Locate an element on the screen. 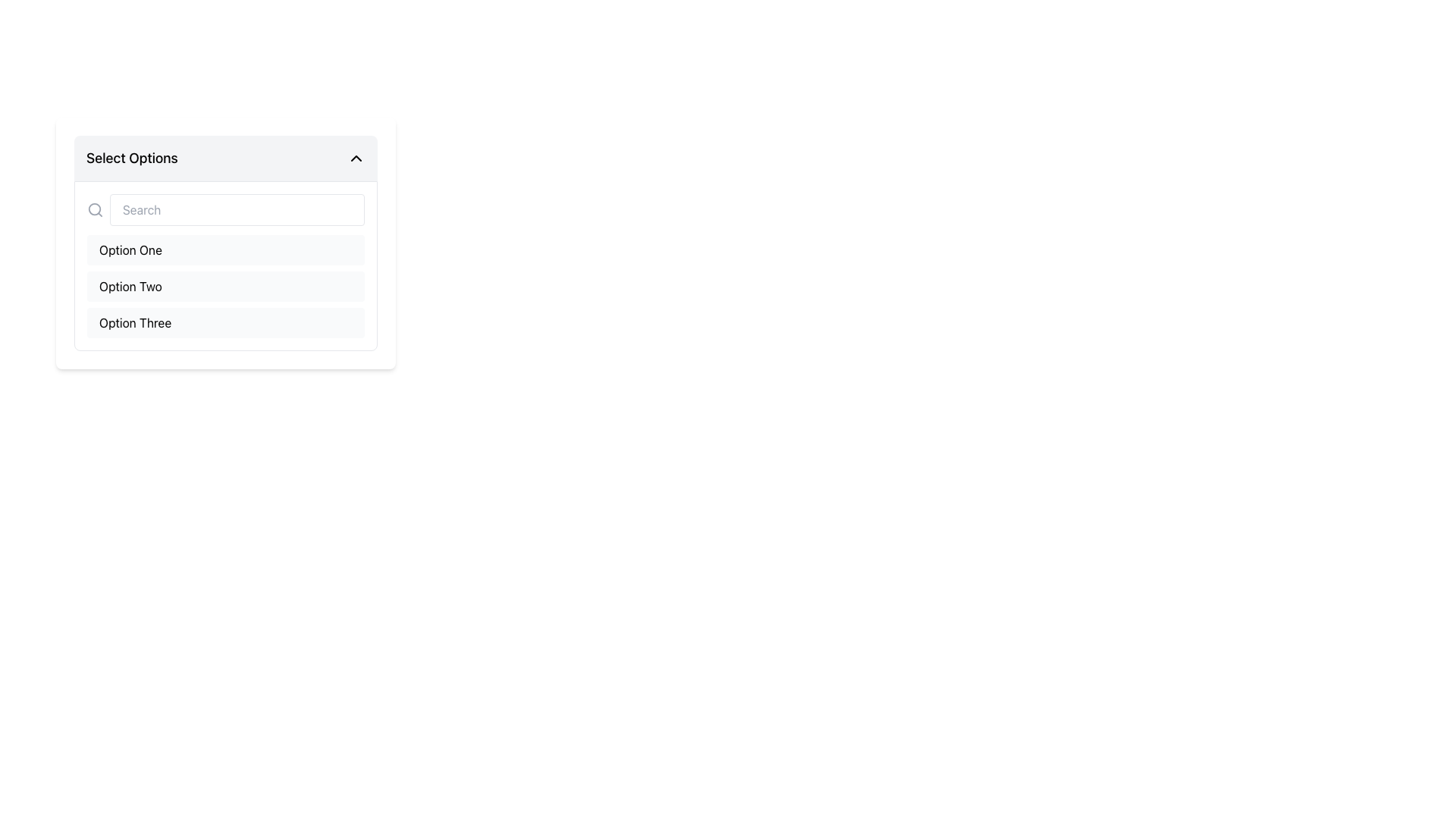 This screenshot has width=1456, height=819. the search icon located to the left of the search input field within the 'Select Options' dropdown menu to observe any hover effects is located at coordinates (94, 210).